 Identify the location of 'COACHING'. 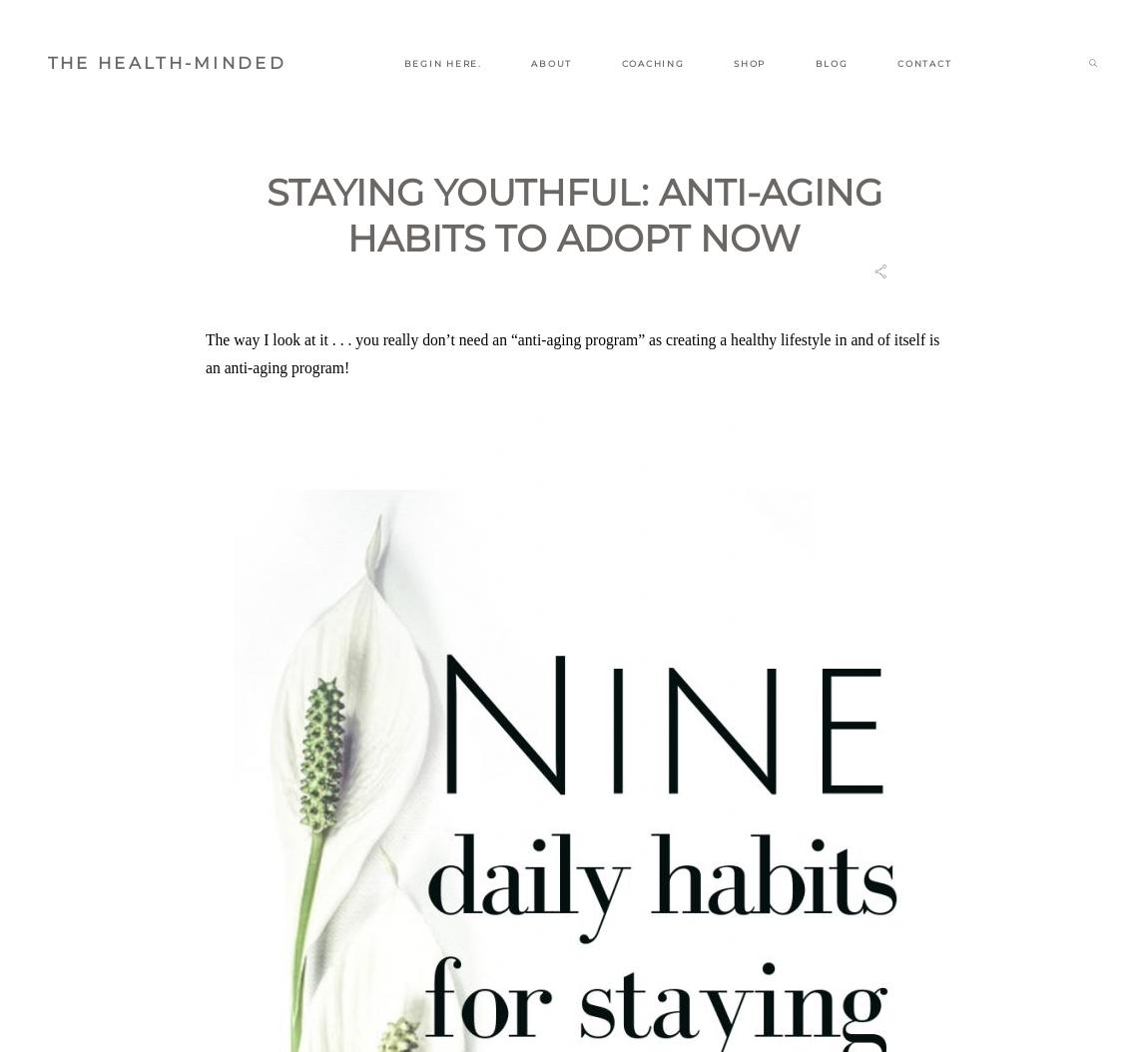
(620, 62).